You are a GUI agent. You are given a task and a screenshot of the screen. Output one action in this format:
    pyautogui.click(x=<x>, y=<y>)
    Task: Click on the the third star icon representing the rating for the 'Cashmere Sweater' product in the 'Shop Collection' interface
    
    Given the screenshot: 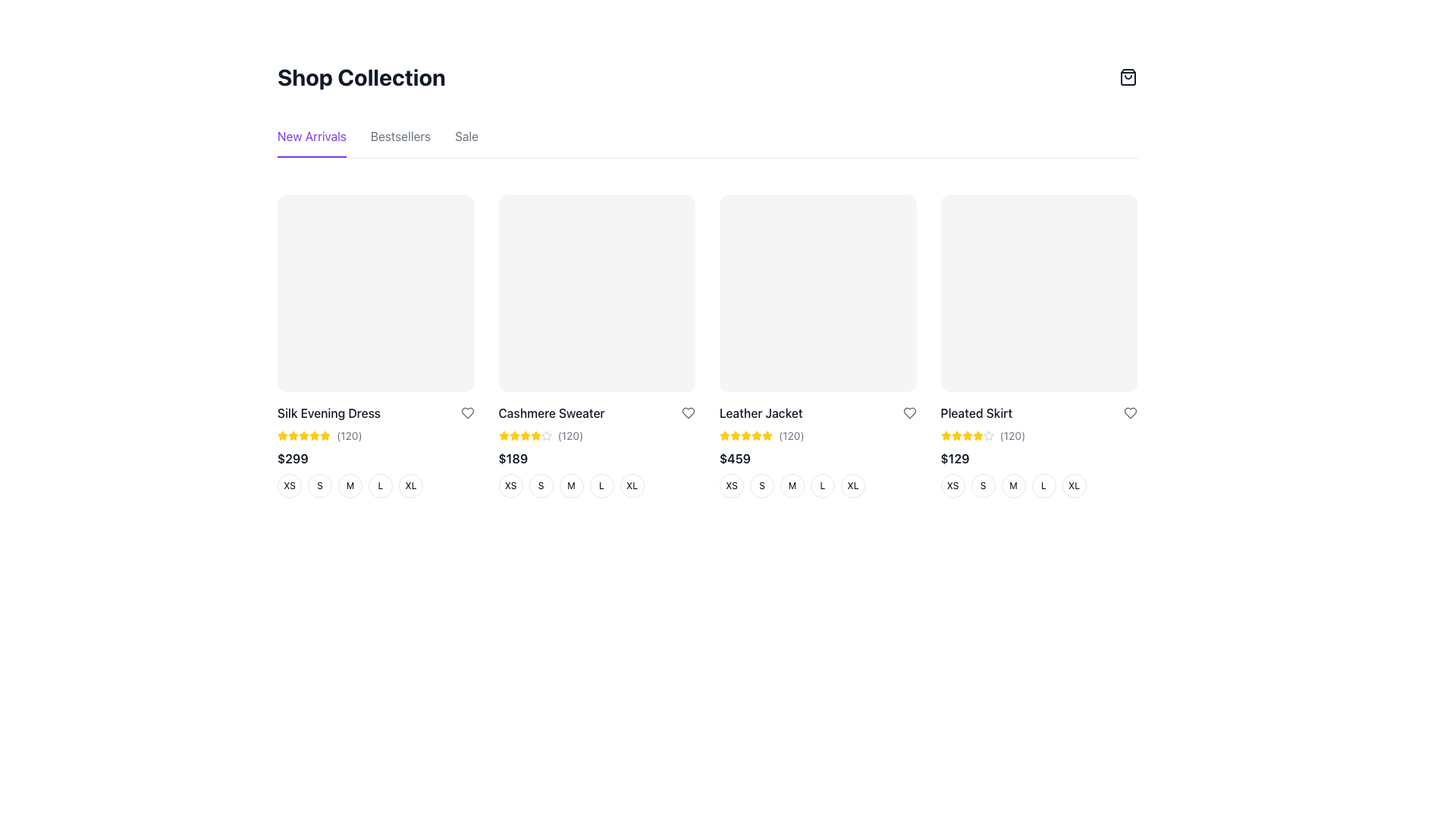 What is the action you would take?
    pyautogui.click(x=514, y=435)
    